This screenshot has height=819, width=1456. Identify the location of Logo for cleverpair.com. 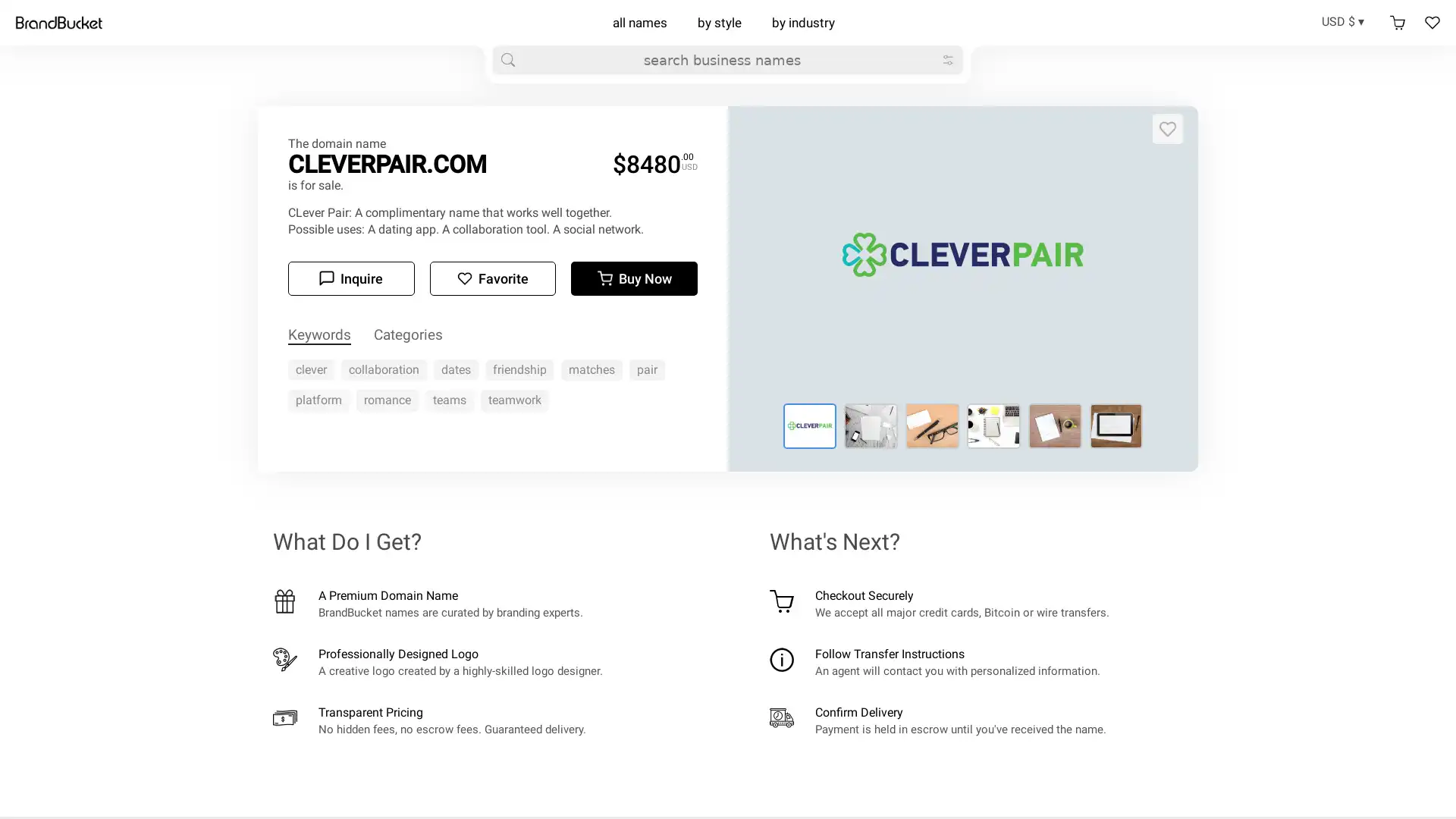
(1053, 425).